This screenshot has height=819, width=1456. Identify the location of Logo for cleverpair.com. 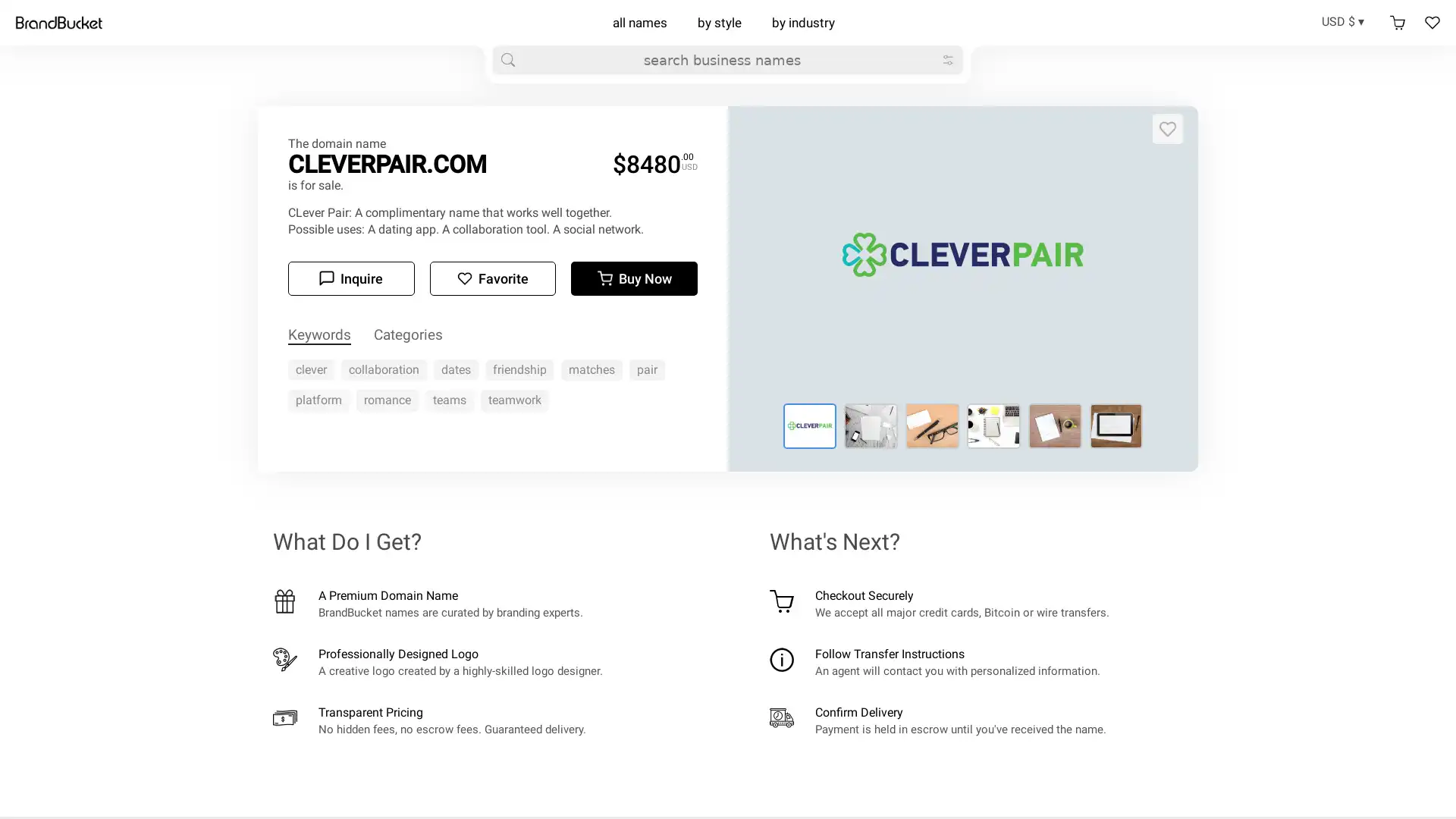
(1053, 425).